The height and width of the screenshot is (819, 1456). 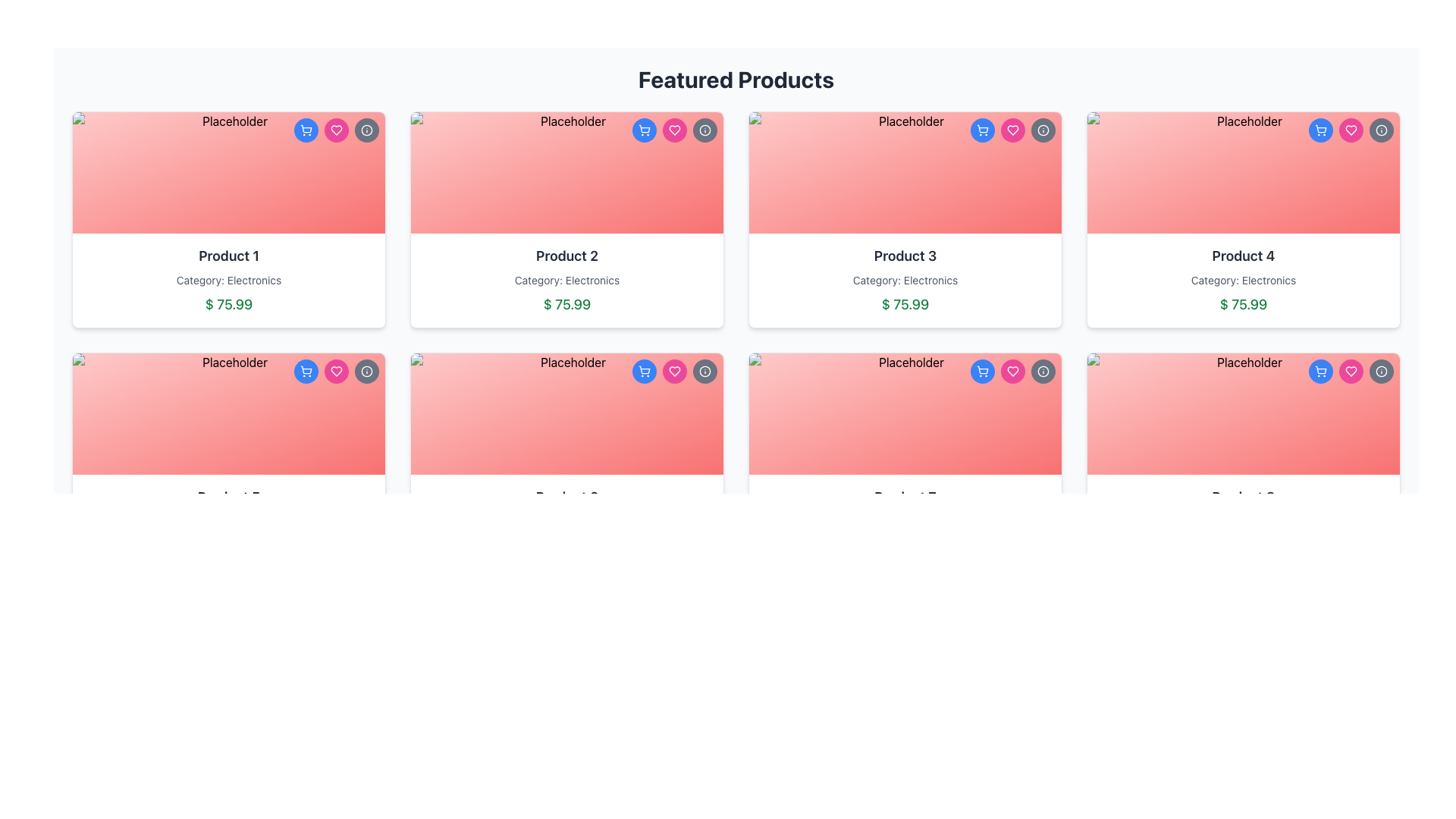 I want to click on the text label displaying the product name in the fourth column of the first row of the grid layout, so click(x=1244, y=256).